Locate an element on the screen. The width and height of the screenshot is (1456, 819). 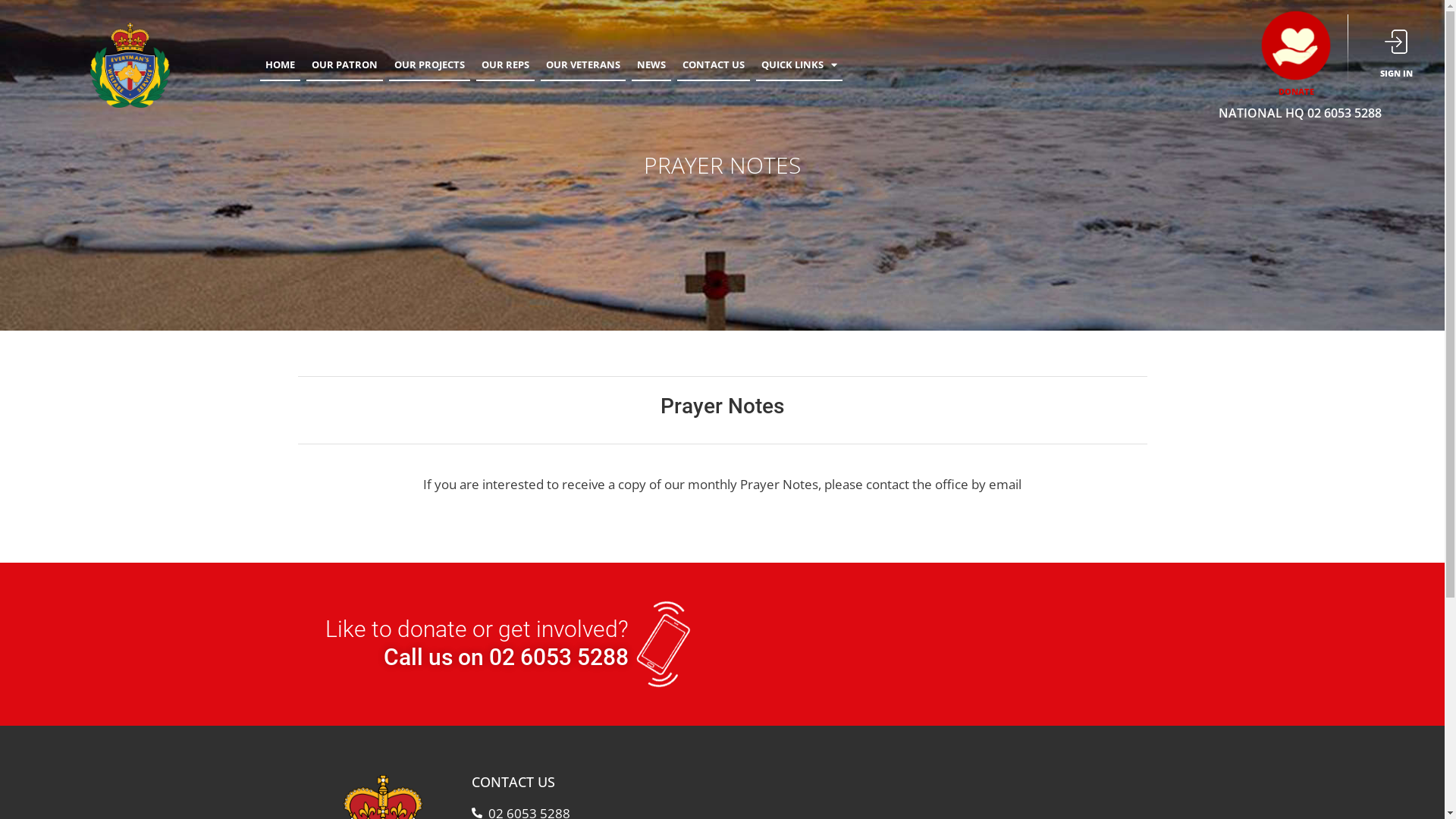
'QUICK LINKS' is located at coordinates (799, 64).